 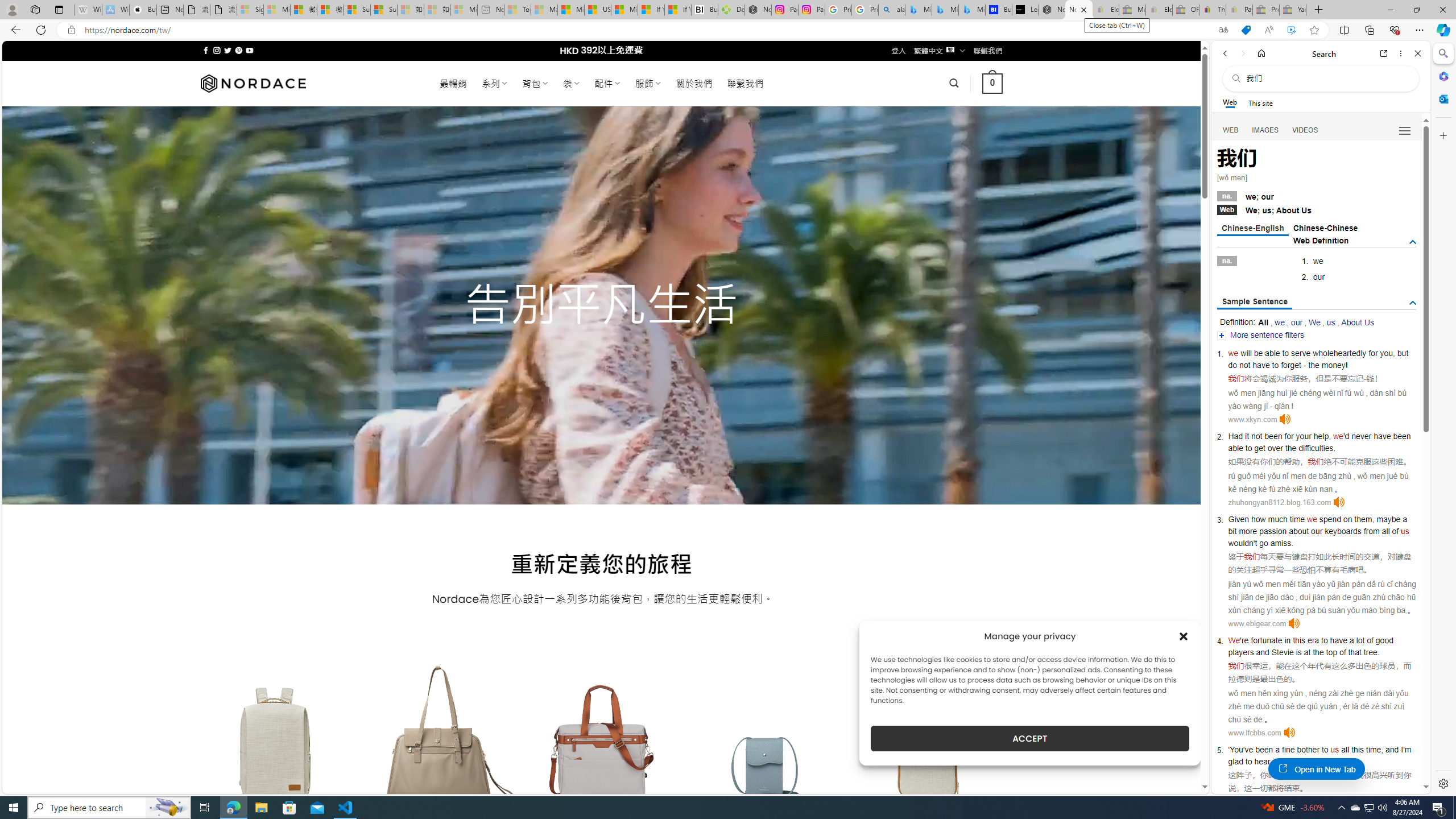 I want to click on 'Microsoft Bing Travel - Shangri-La Hotel Bangkok', so click(x=971, y=9).